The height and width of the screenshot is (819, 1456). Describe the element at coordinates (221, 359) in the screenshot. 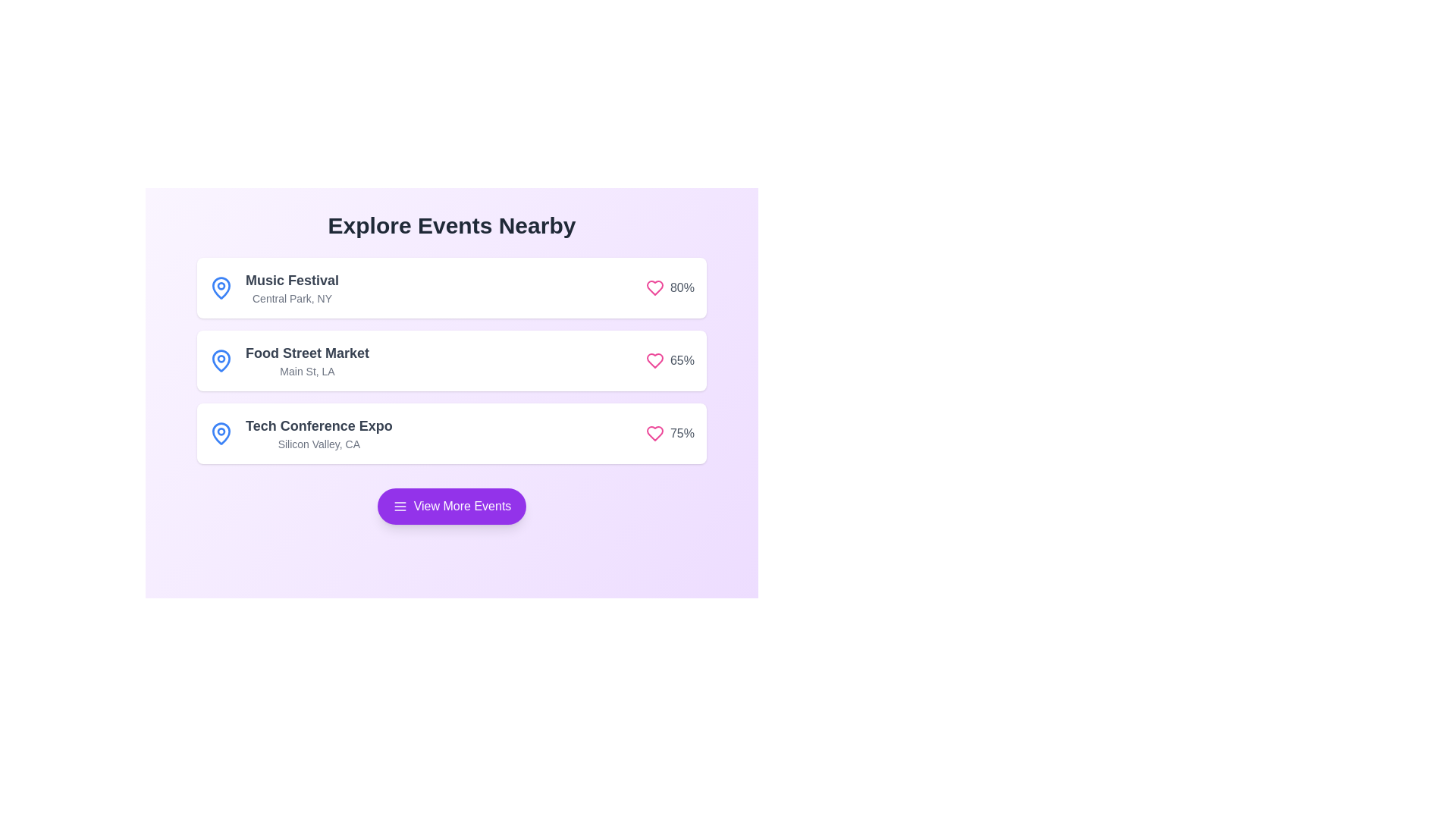

I see `SVG structure by clicking on the icon located to the left of the 'Food Street Market' list item, which serves as a visual indicator or symbol` at that location.